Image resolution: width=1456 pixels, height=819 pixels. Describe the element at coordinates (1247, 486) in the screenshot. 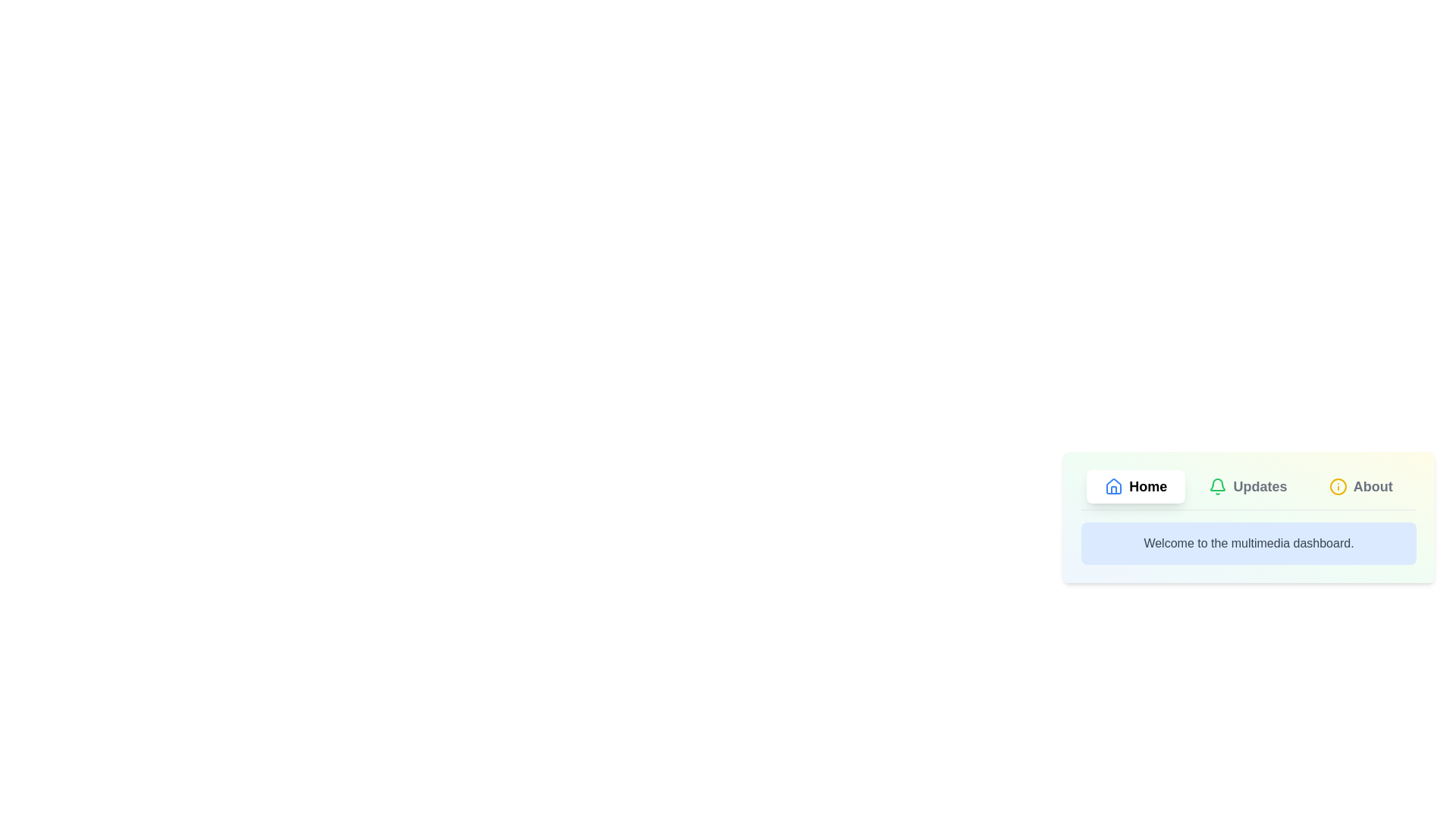

I see `the Updates tab` at that location.